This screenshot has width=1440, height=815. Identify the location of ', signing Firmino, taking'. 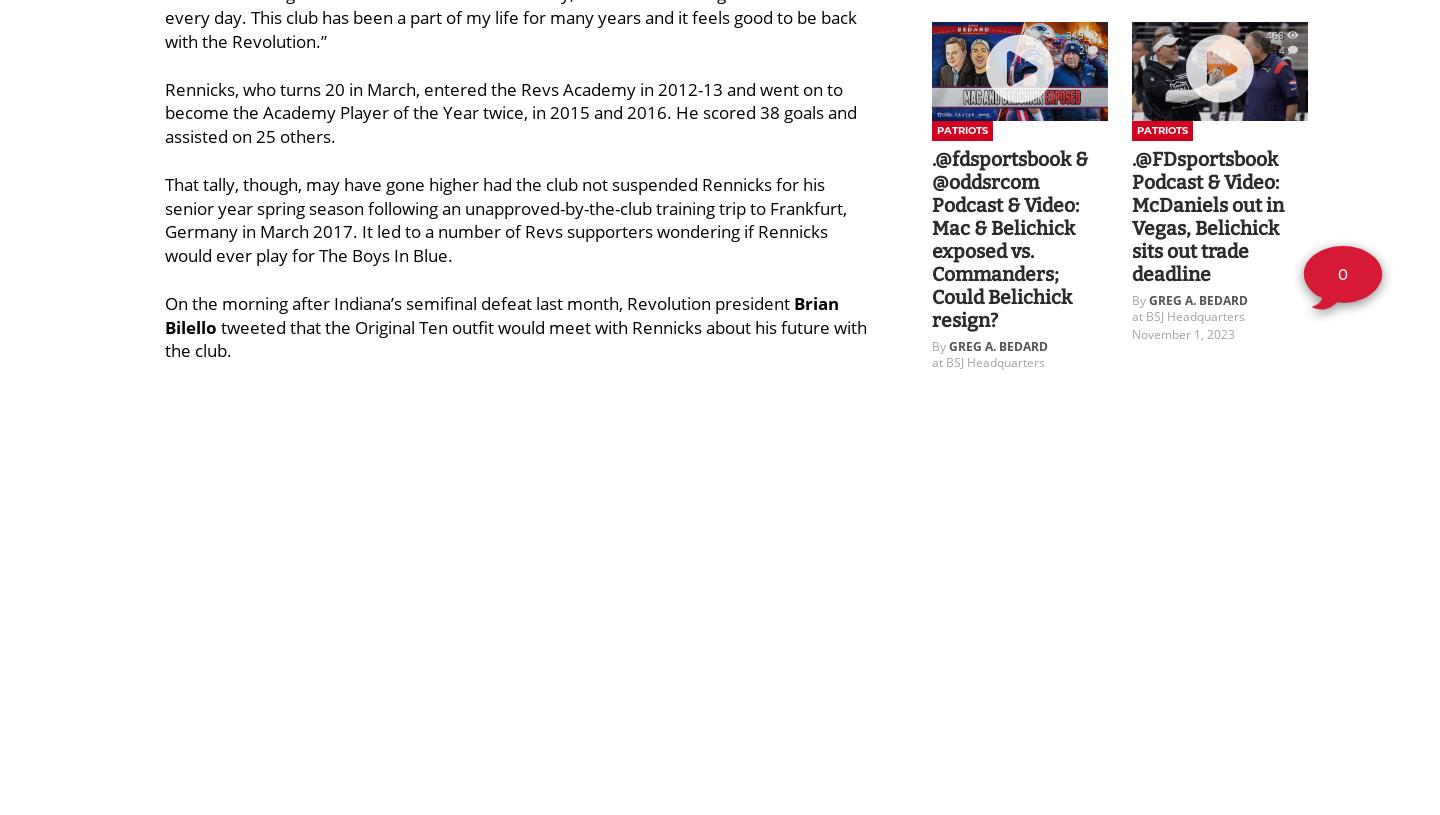
(620, 587).